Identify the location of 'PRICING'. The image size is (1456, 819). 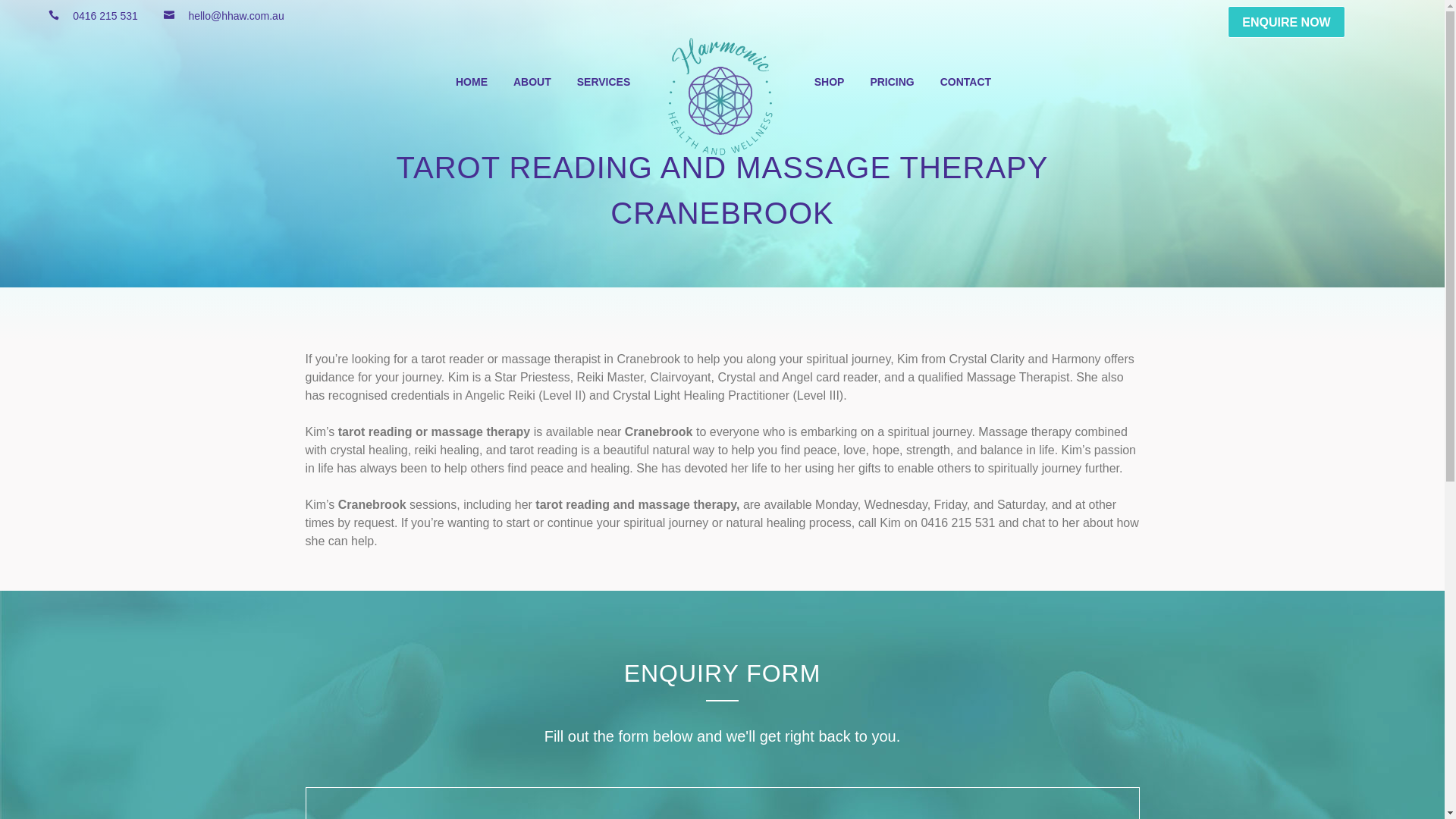
(892, 82).